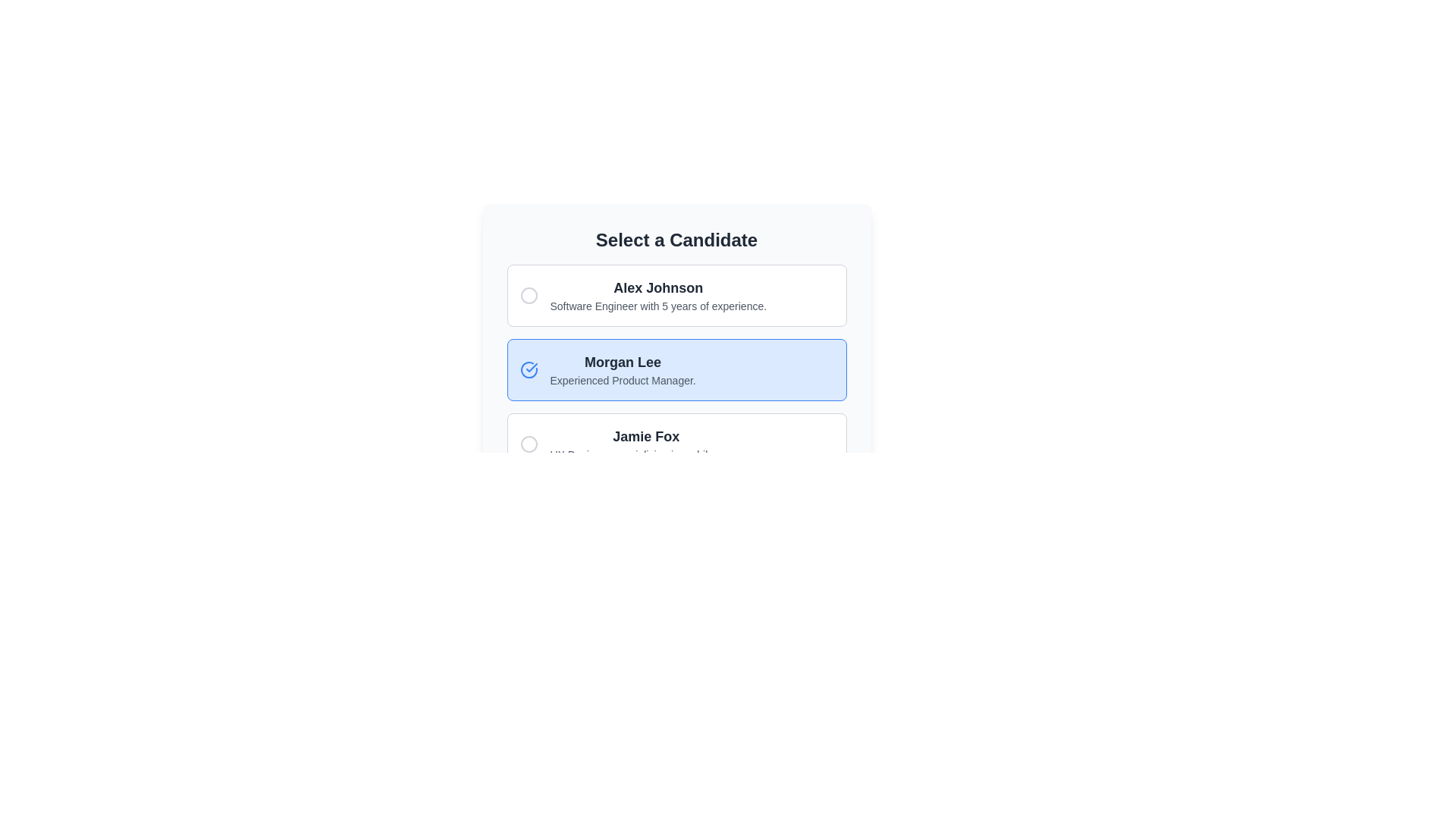  Describe the element at coordinates (529, 370) in the screenshot. I see `the circular icon with a blue border and a checkmark symbol inside, located to the left of the 'Morgan Lee' button, to toggle its state` at that location.